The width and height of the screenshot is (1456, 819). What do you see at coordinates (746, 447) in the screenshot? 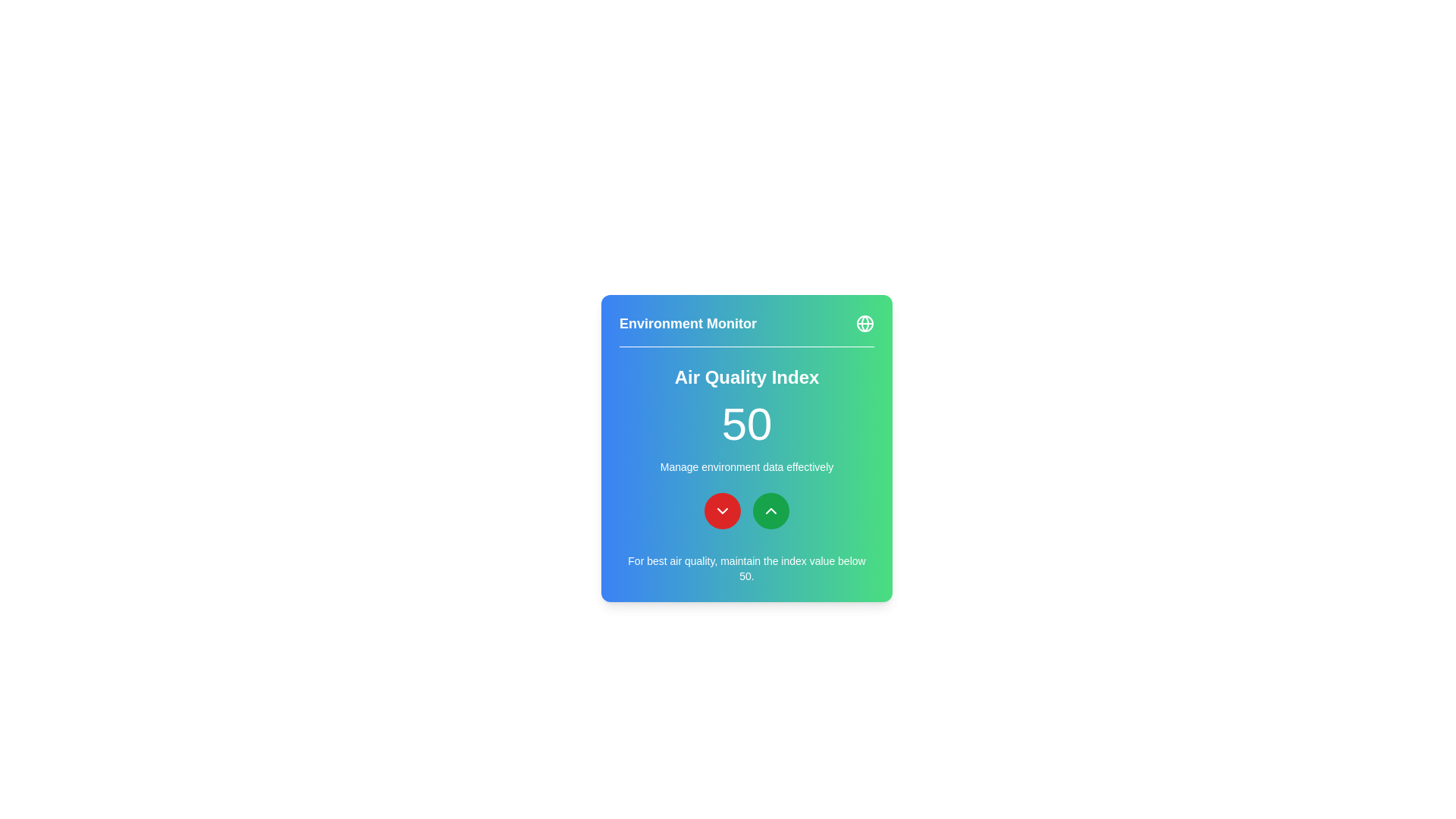
I see `displayed information from the Information Widget titled 'Environment Monitor', which includes the 'Air Quality Index' value of '50'` at bounding box center [746, 447].